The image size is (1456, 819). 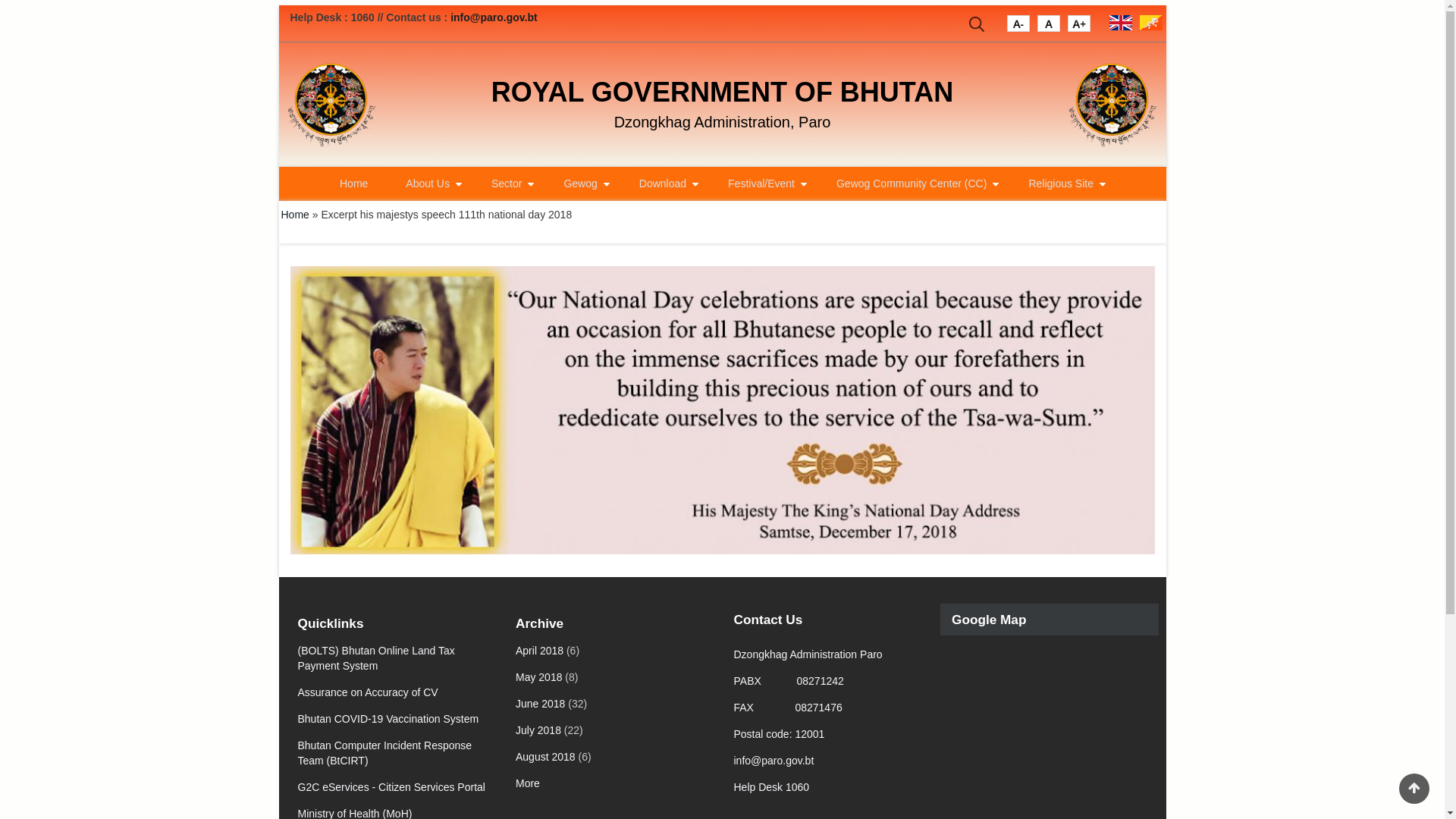 I want to click on '(BOLTS) Bhutan Online Land Tax Payment System', so click(x=375, y=657).